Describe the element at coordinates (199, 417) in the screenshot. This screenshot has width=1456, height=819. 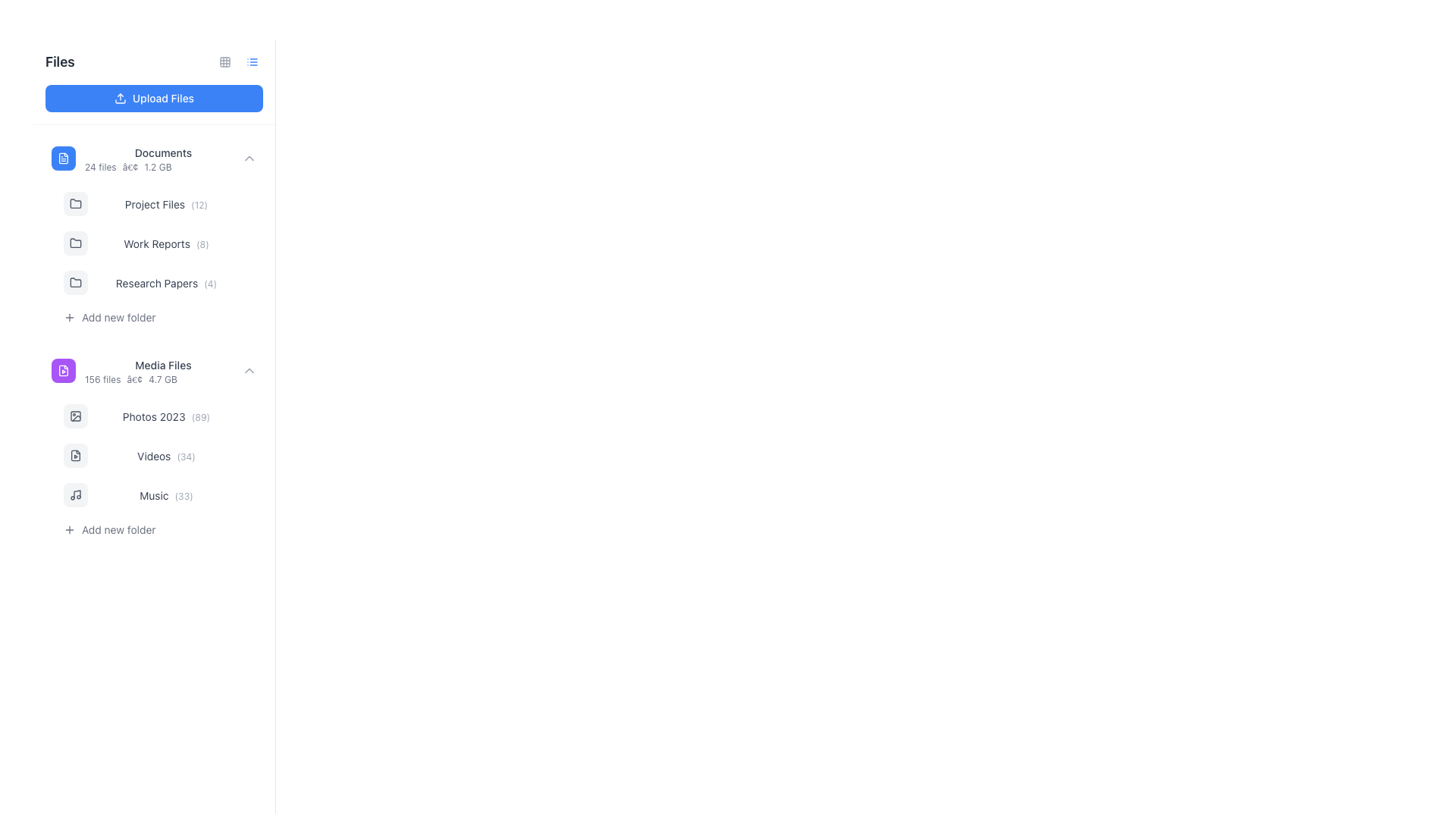
I see `the text label '(89)' indicating a count, positioned next to 'Photos 2023' in the expandable list under 'Media Files' in the left-hand navigation panel` at that location.